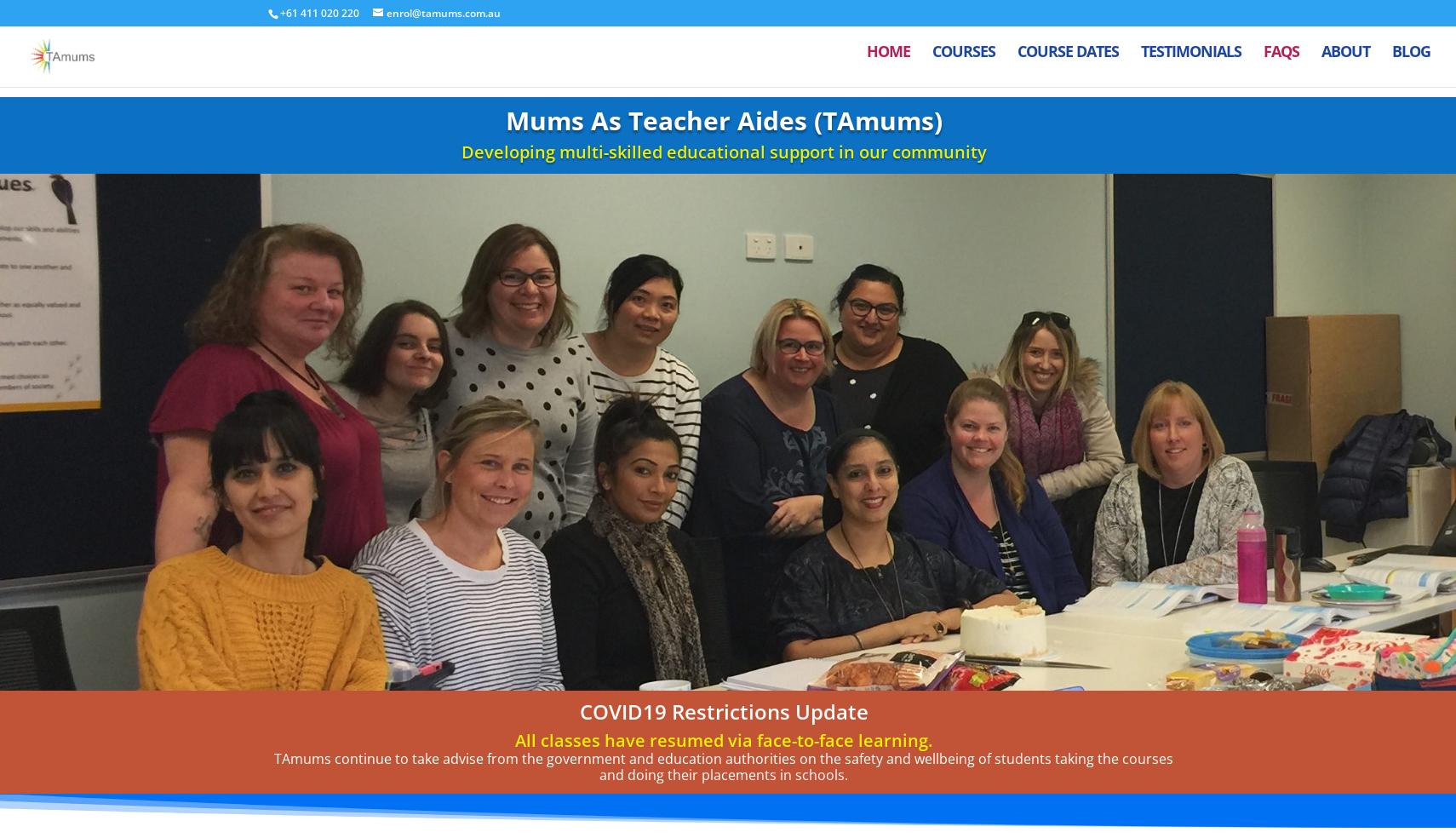  What do you see at coordinates (963, 61) in the screenshot?
I see `'Courses'` at bounding box center [963, 61].